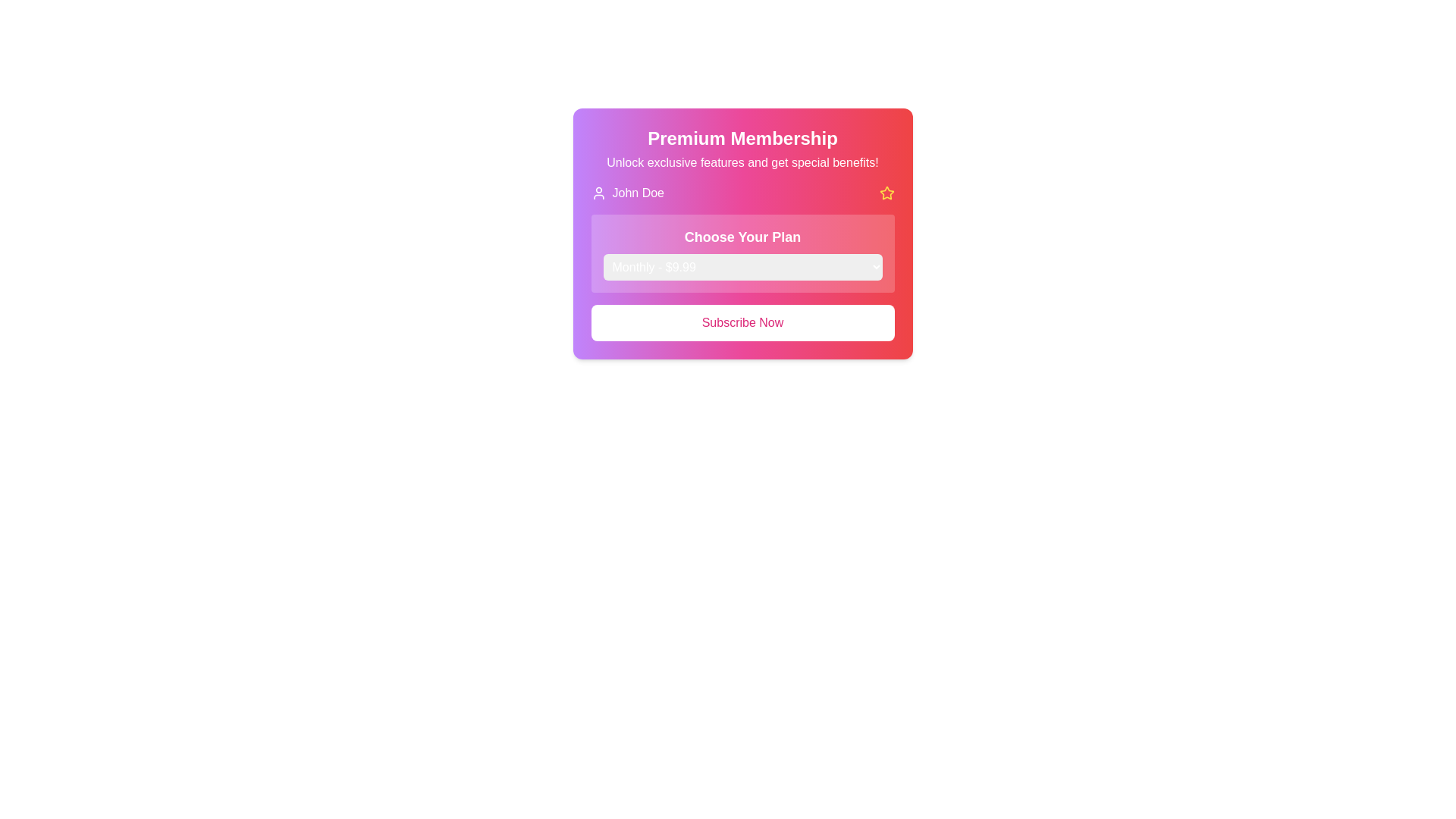 This screenshot has width=1456, height=819. I want to click on the premium membership icon located at the top-right corner of the user information section, adjacent to 'John Doe', so click(886, 192).